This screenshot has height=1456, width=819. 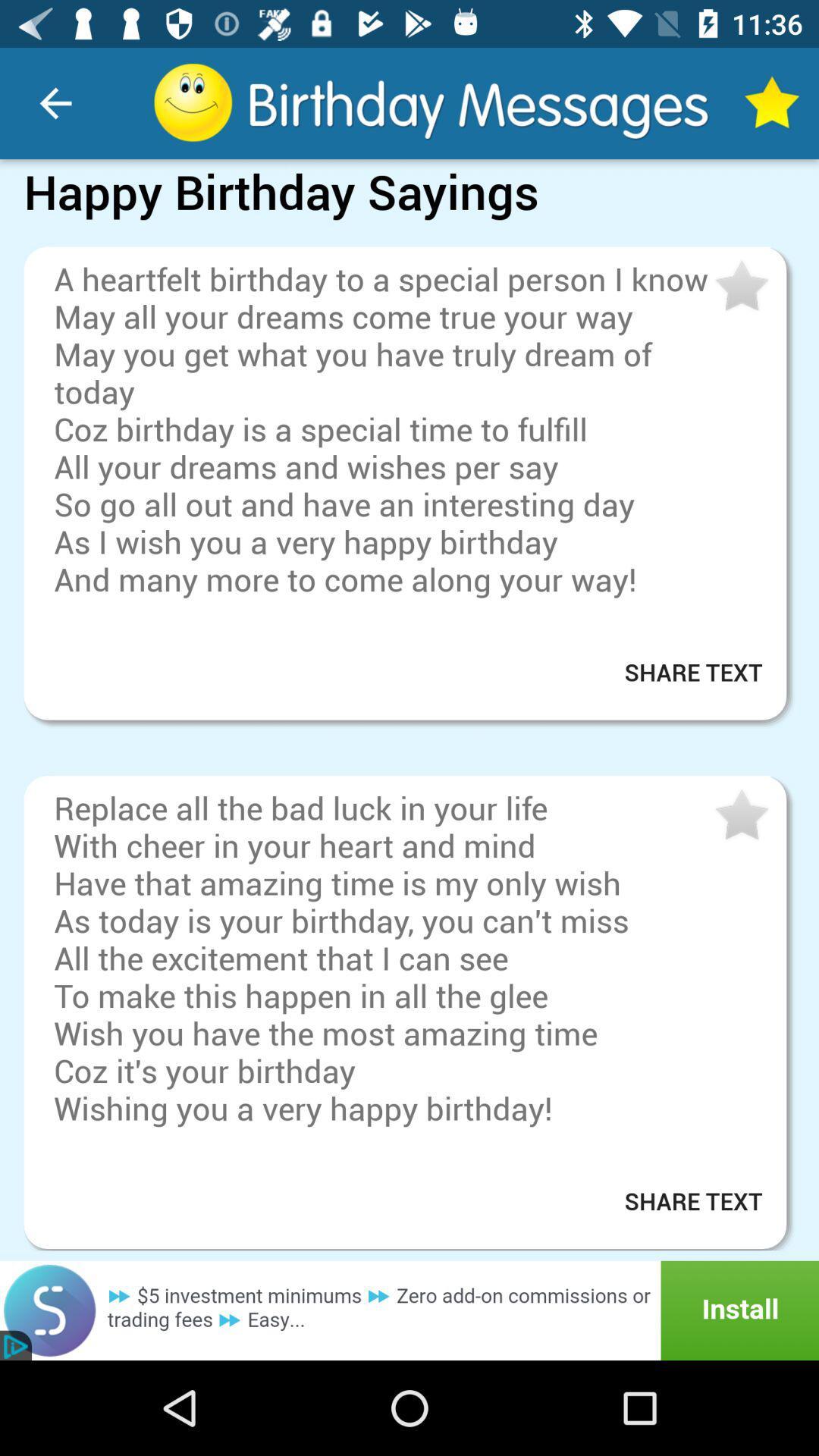 What do you see at coordinates (739, 814) in the screenshot?
I see `birthday saying` at bounding box center [739, 814].